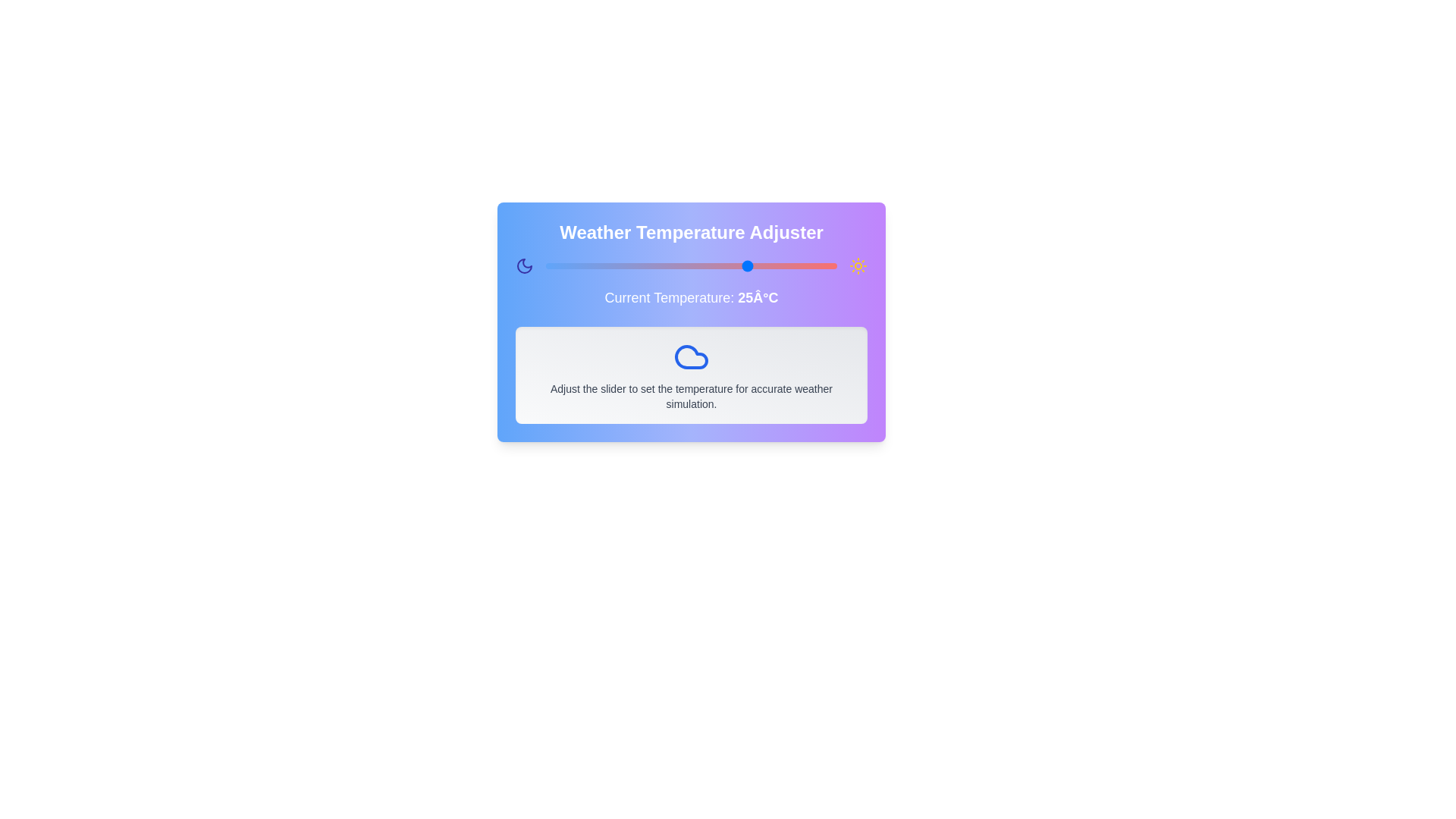  What do you see at coordinates (610, 265) in the screenshot?
I see `the temperature slider to set the temperature to 1 degrees Celsius` at bounding box center [610, 265].